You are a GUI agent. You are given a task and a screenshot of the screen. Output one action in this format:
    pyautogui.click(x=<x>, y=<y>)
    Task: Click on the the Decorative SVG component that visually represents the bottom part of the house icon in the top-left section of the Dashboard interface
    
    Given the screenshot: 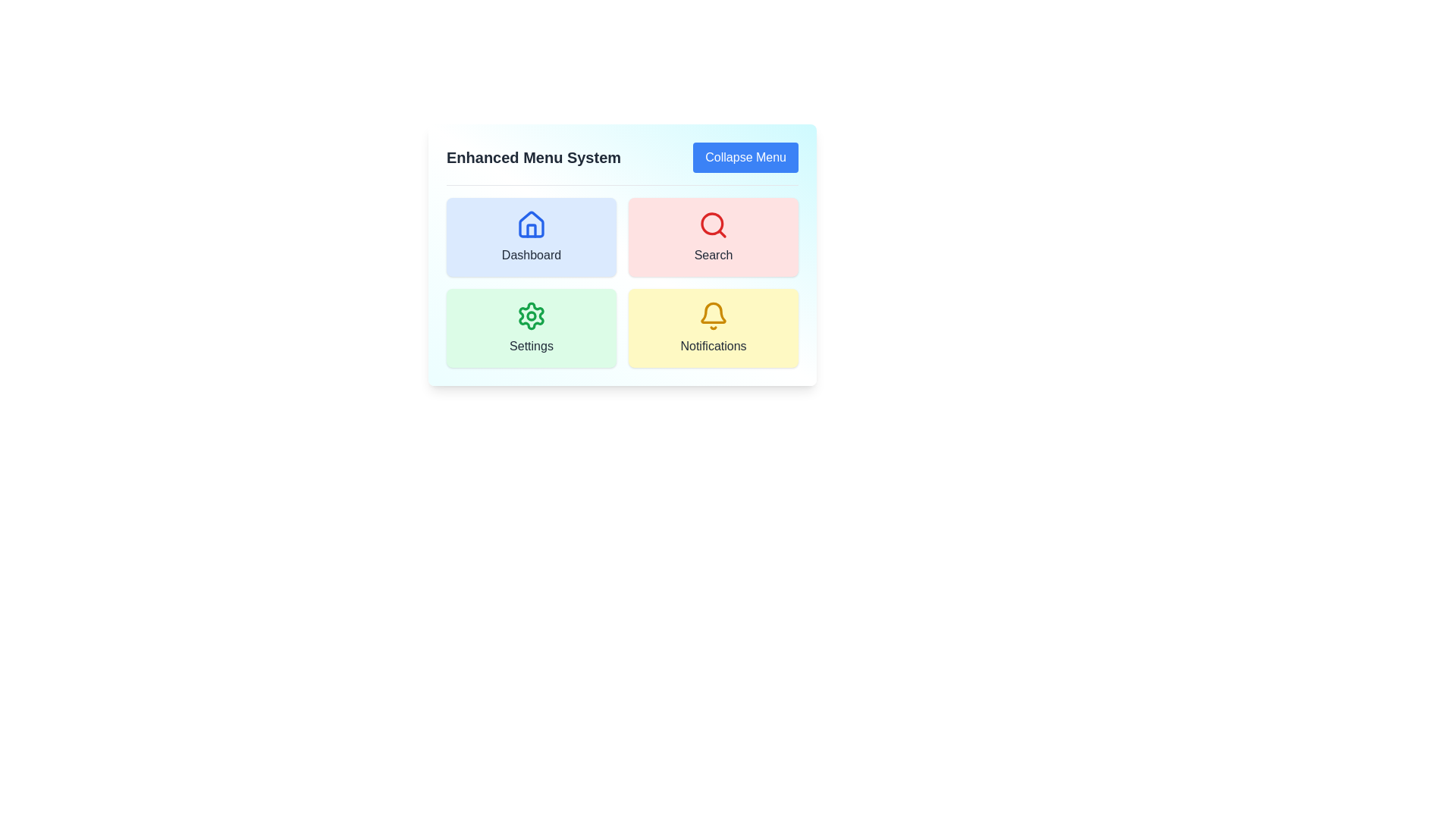 What is the action you would take?
    pyautogui.click(x=531, y=231)
    